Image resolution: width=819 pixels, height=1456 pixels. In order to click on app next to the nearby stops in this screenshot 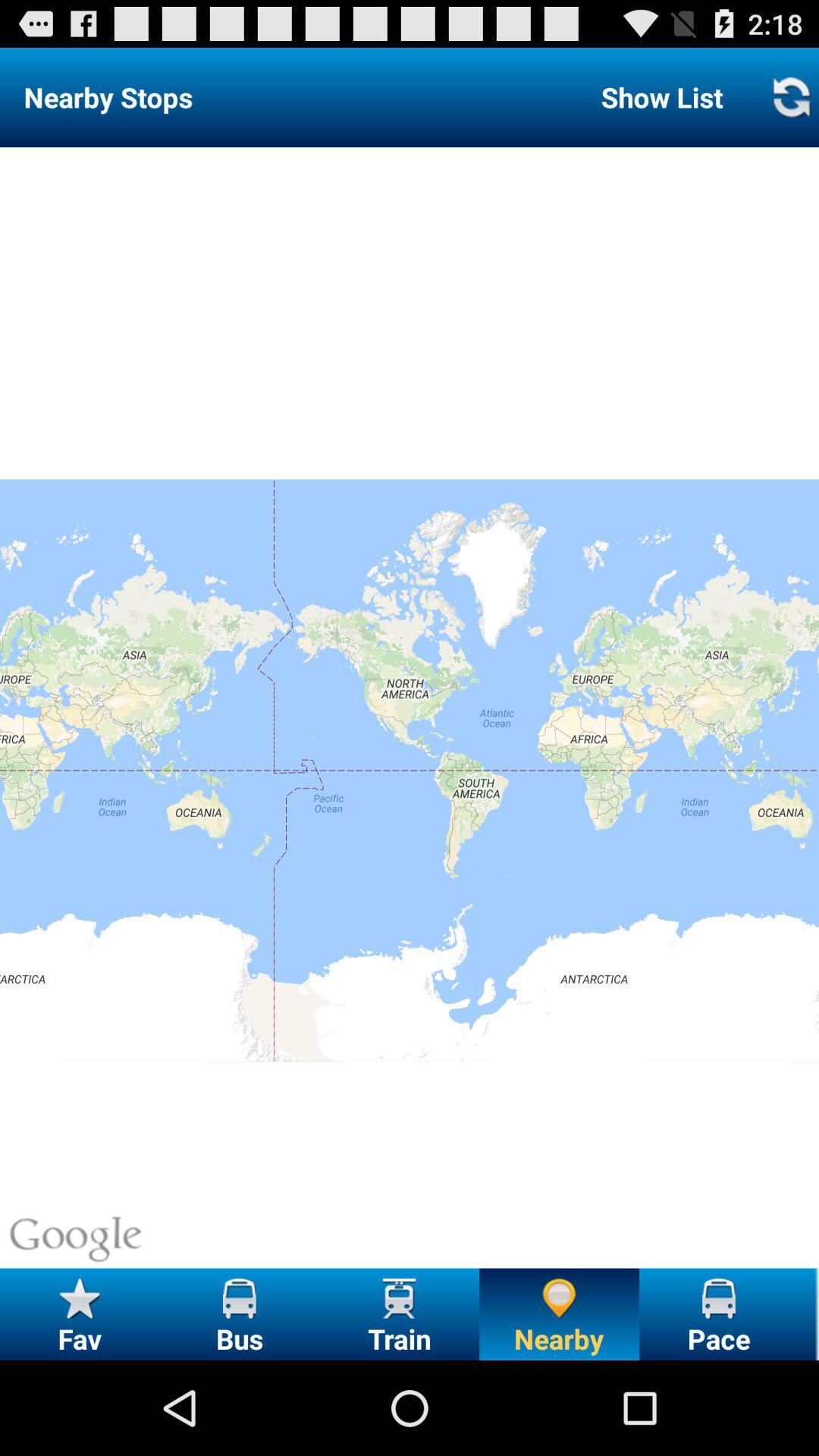, I will do `click(661, 96)`.